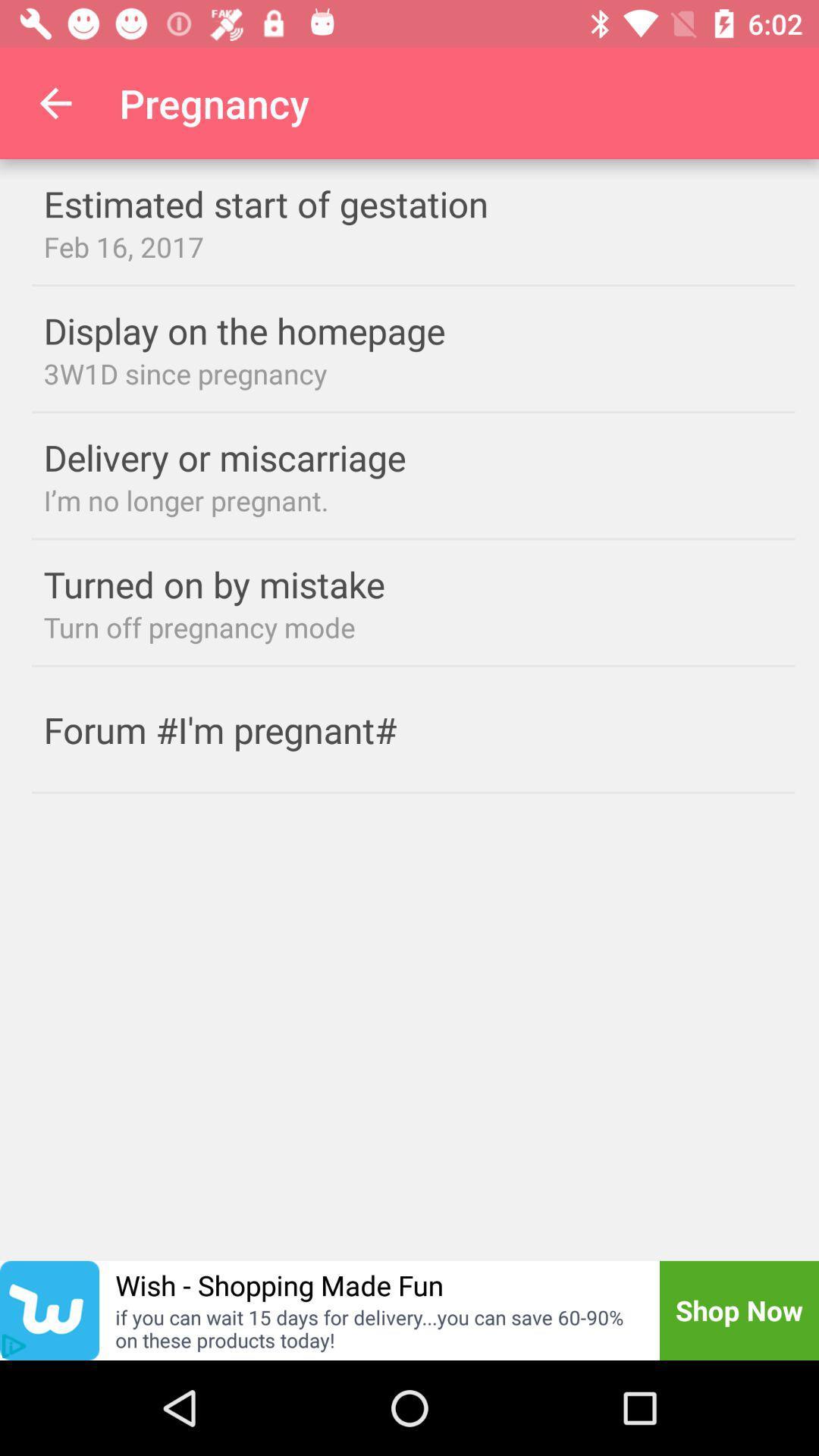 This screenshot has height=1456, width=819. What do you see at coordinates (55, 102) in the screenshot?
I see `icon next to pregnancy` at bounding box center [55, 102].